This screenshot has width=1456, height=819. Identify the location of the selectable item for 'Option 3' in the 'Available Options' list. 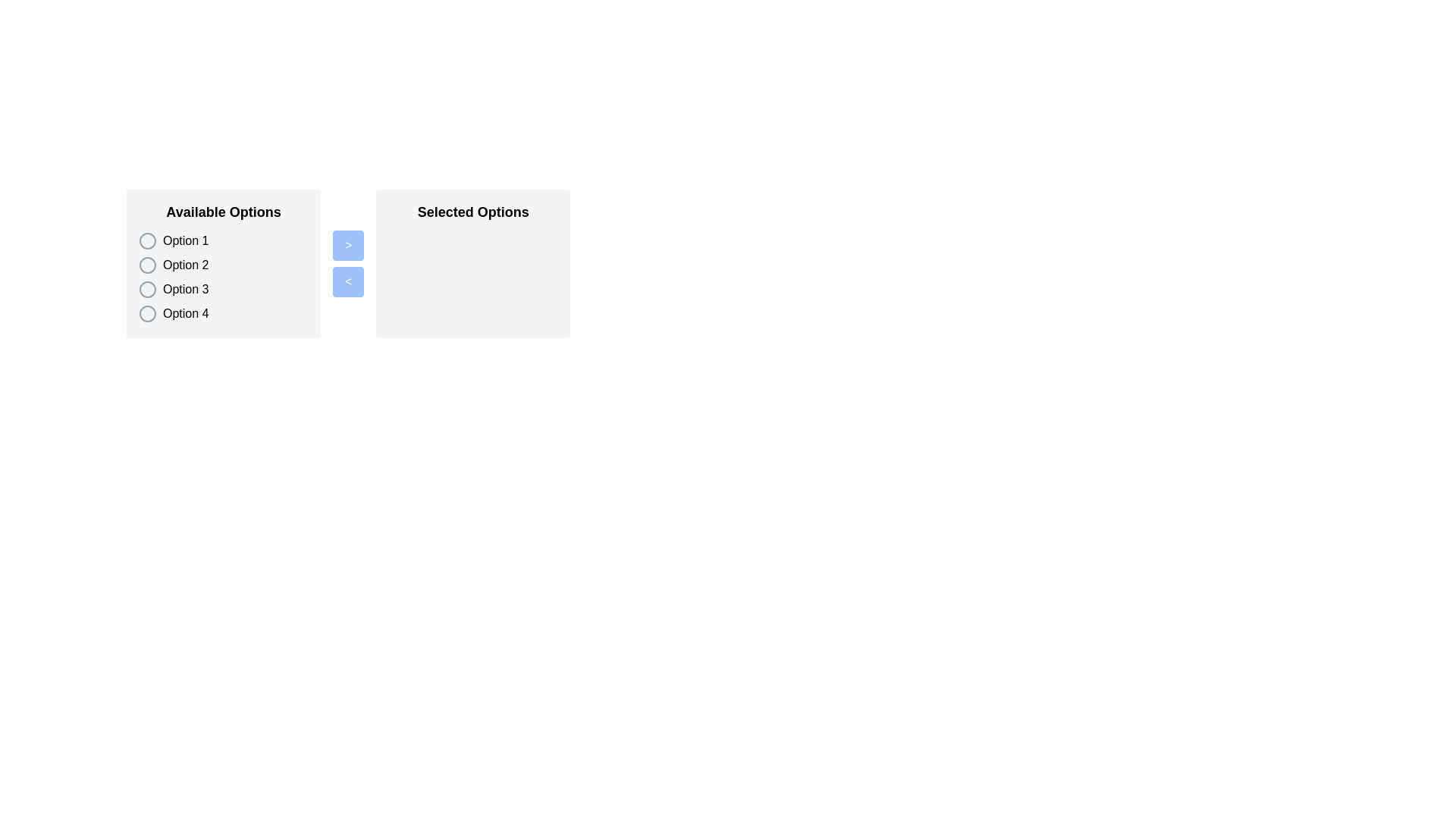
(222, 289).